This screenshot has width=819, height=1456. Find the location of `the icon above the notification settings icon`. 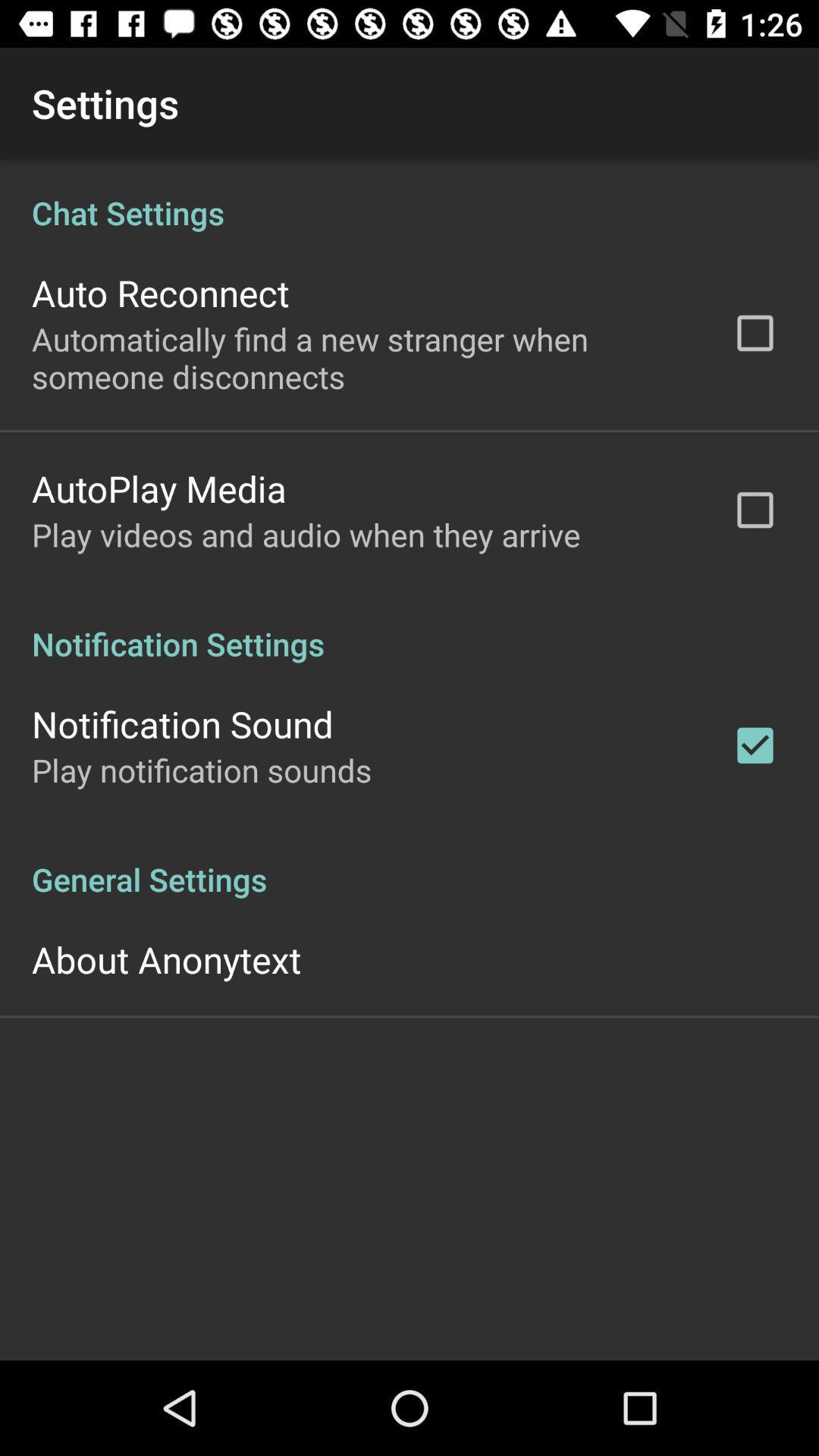

the icon above the notification settings icon is located at coordinates (306, 535).